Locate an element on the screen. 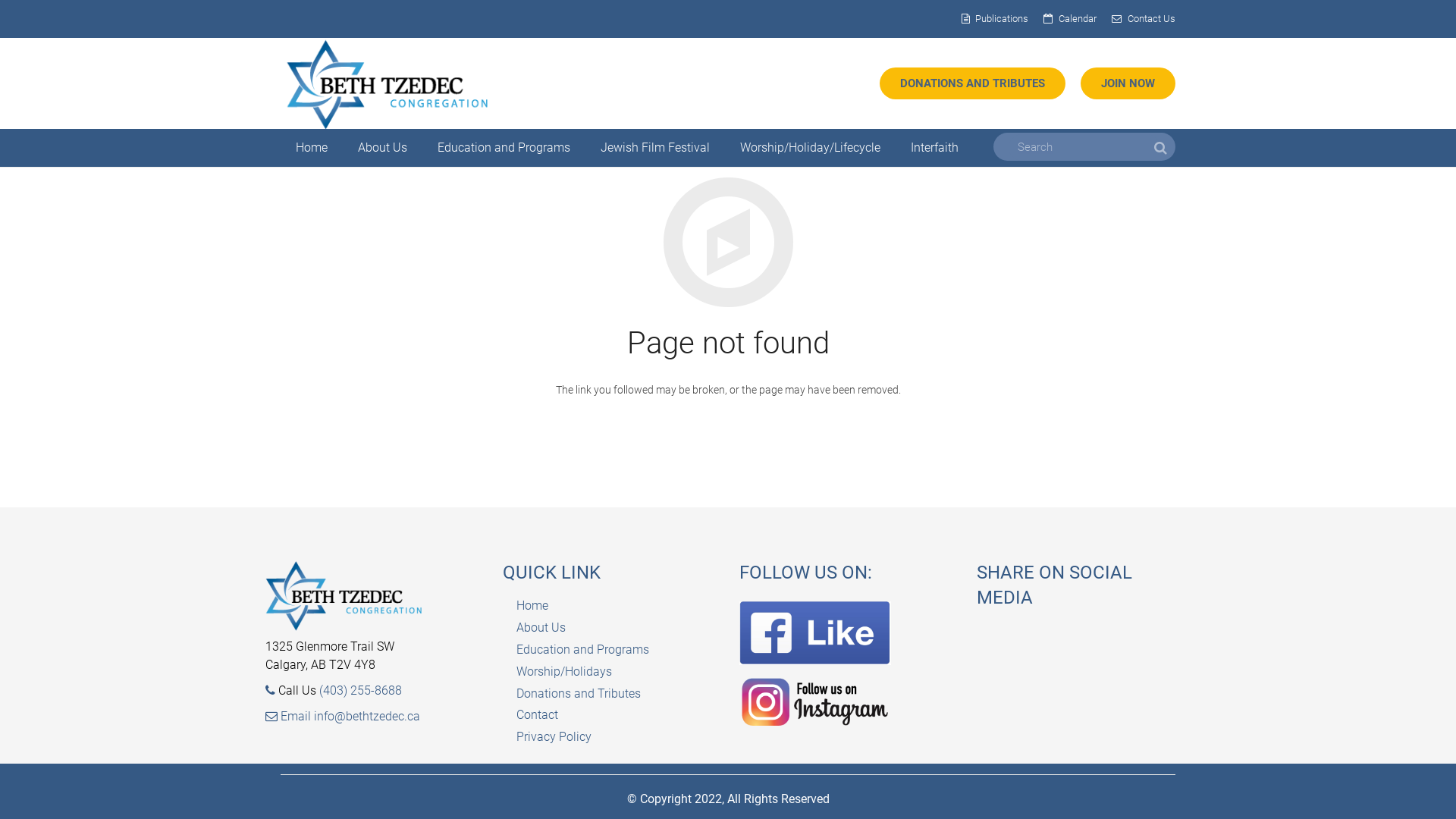 This screenshot has width=1456, height=819. 'Publications' is located at coordinates (1001, 18).